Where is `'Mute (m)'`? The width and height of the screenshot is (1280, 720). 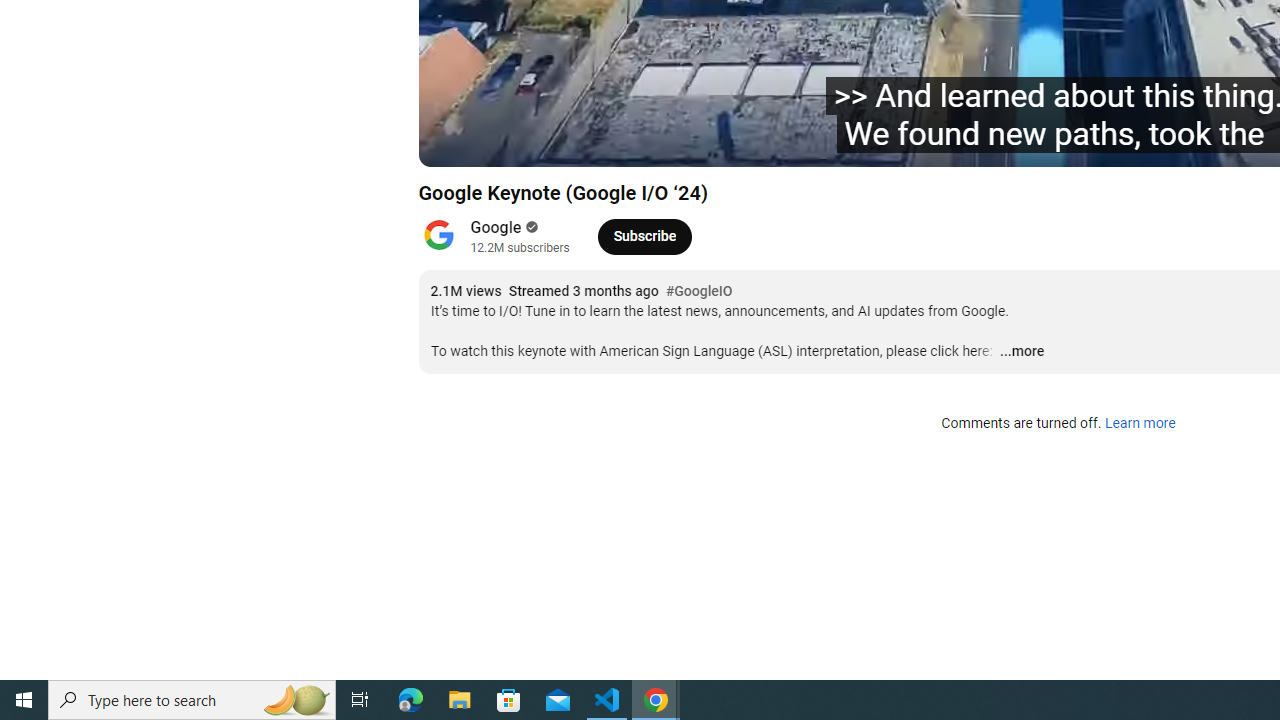 'Mute (m)' is located at coordinates (593, 141).